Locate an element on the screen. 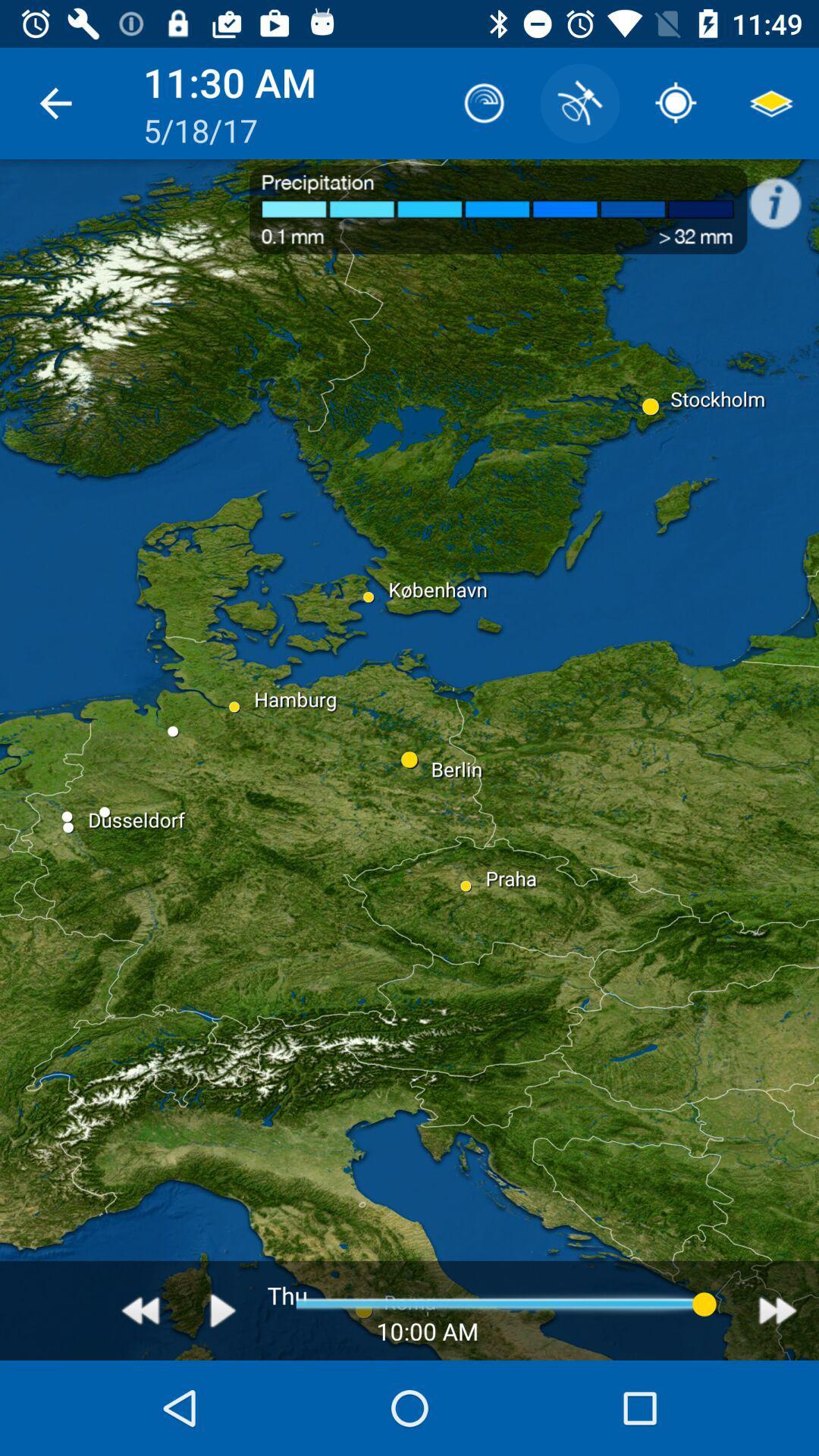 This screenshot has height=1456, width=819. button is located at coordinates (223, 1310).